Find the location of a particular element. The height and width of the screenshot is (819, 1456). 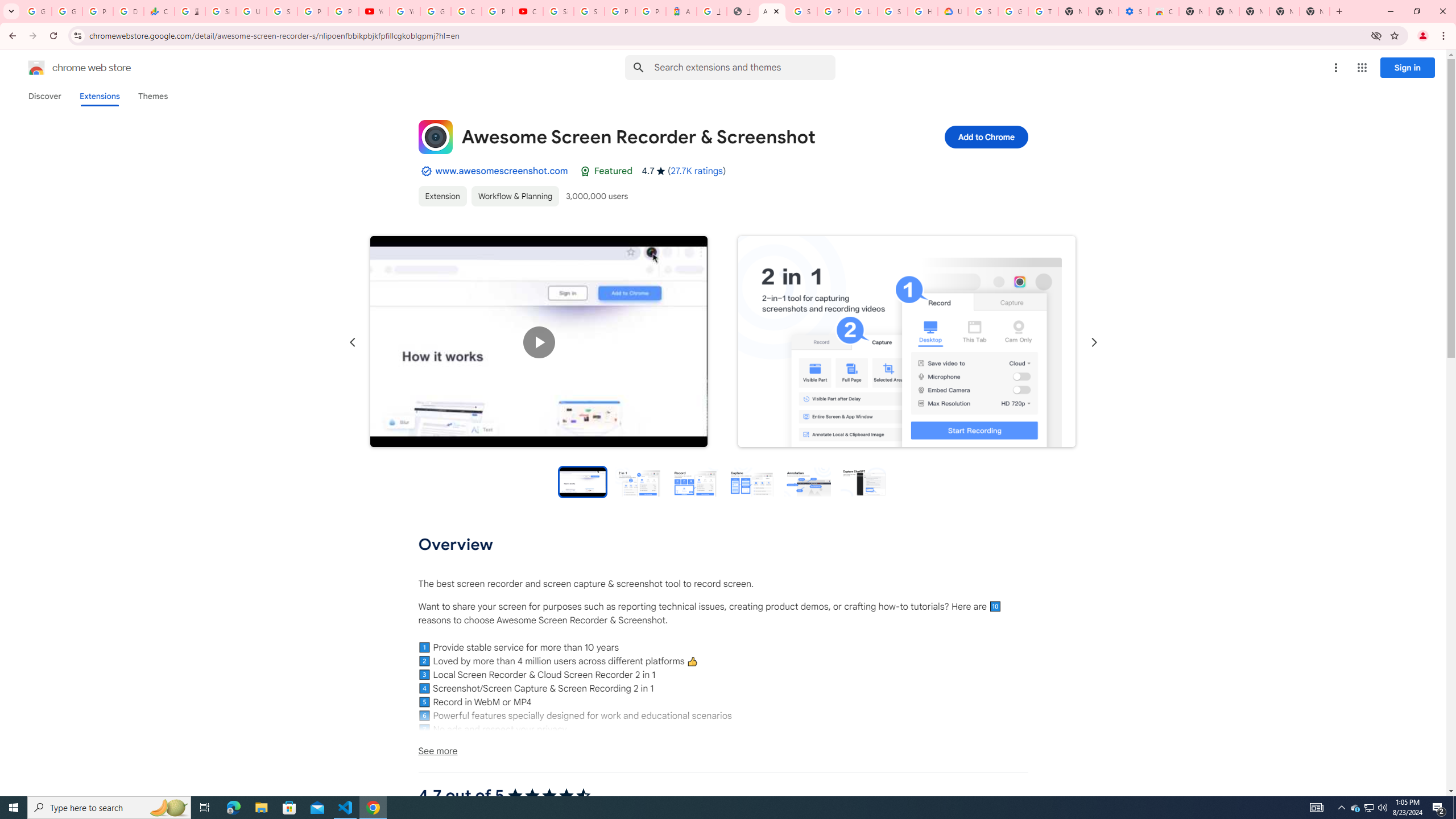

'Extension' is located at coordinates (442, 196).